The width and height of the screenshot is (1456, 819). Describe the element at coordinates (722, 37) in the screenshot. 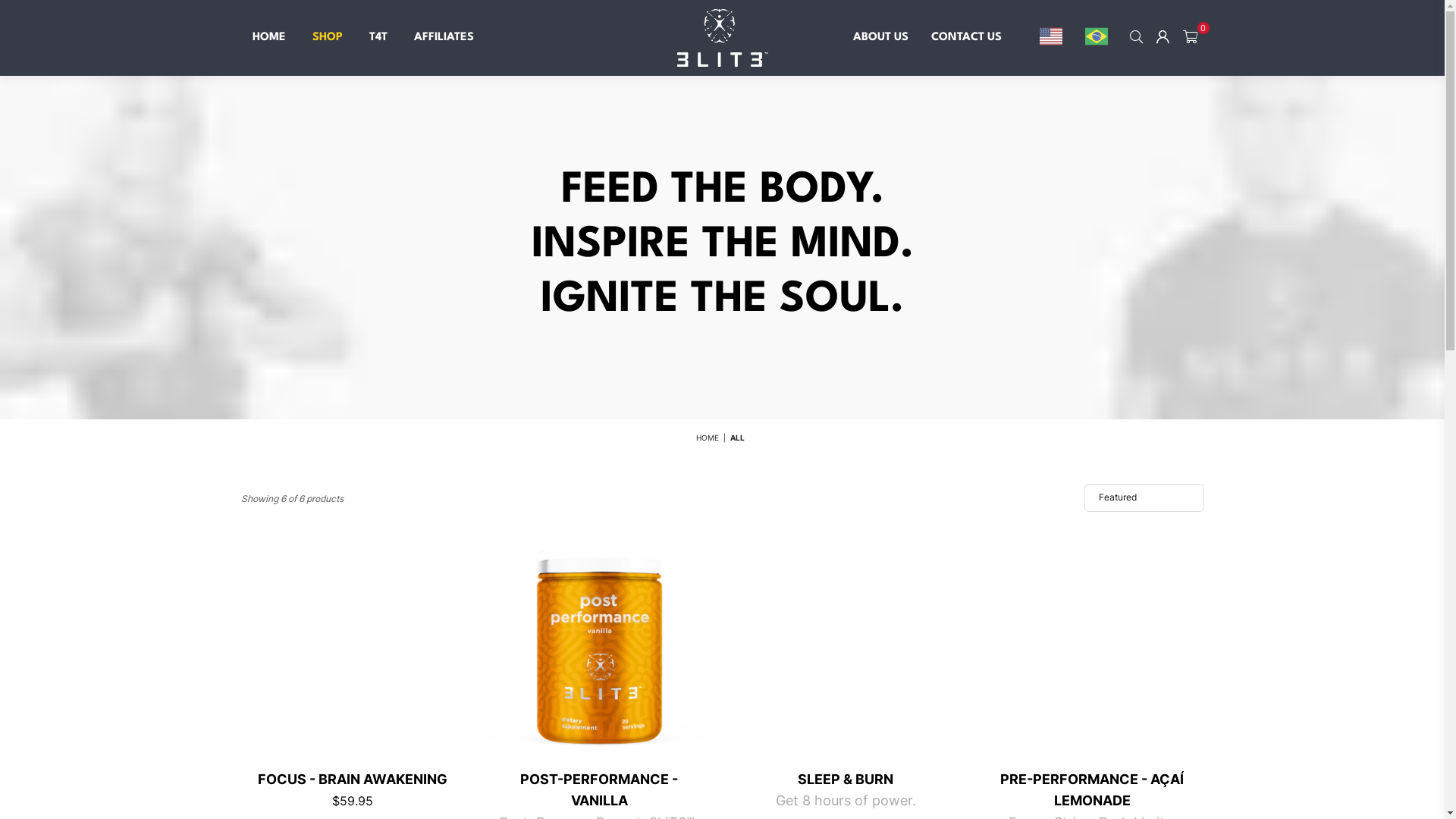

I see `'3LIT3 SUPPLEMENTS'` at that location.